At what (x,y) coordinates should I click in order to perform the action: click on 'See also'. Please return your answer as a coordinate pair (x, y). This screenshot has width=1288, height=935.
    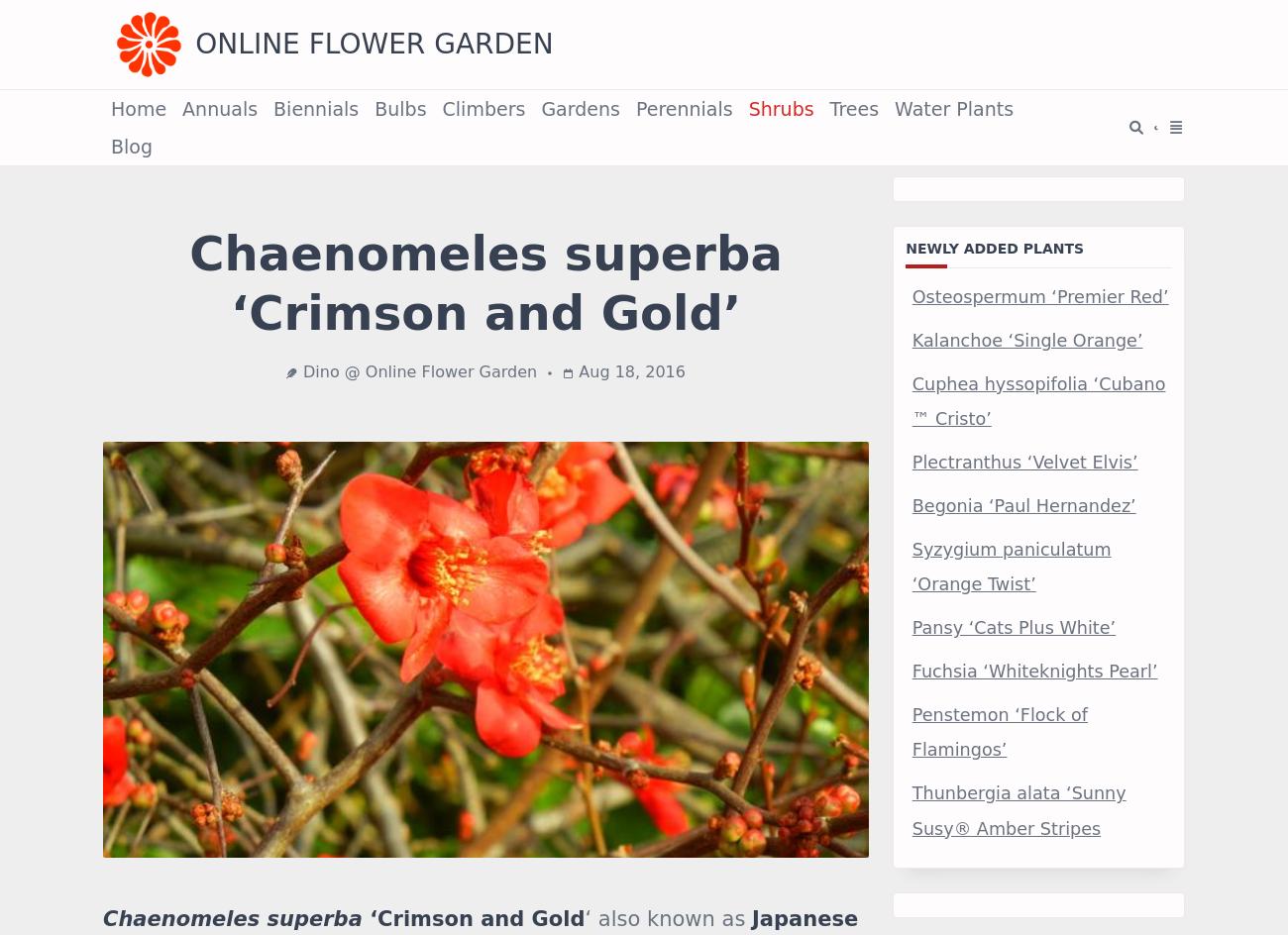
    Looking at the image, I should click on (149, 78).